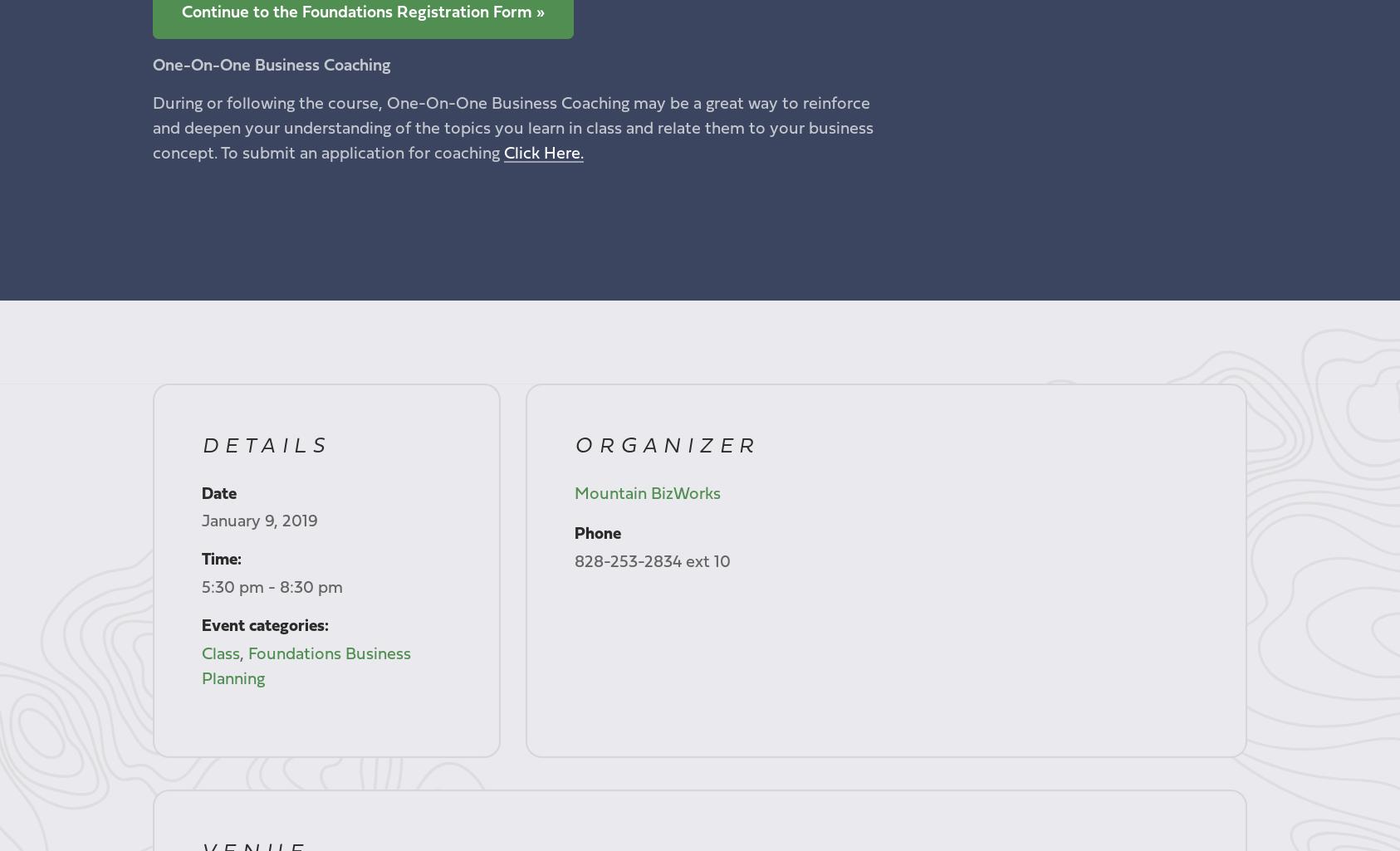  What do you see at coordinates (647, 494) in the screenshot?
I see `'Mountain BizWorks'` at bounding box center [647, 494].